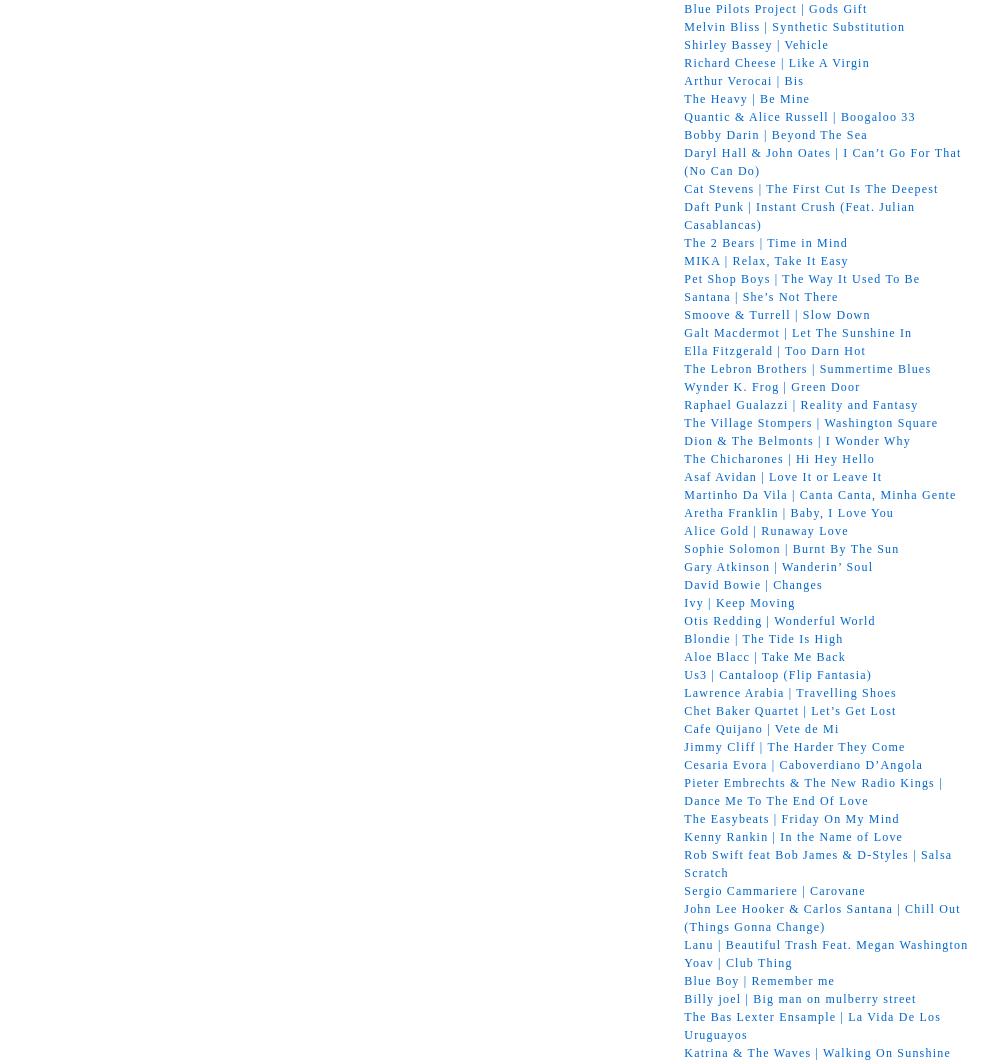  I want to click on 'Otis Redding | Wonderful World', so click(779, 619).